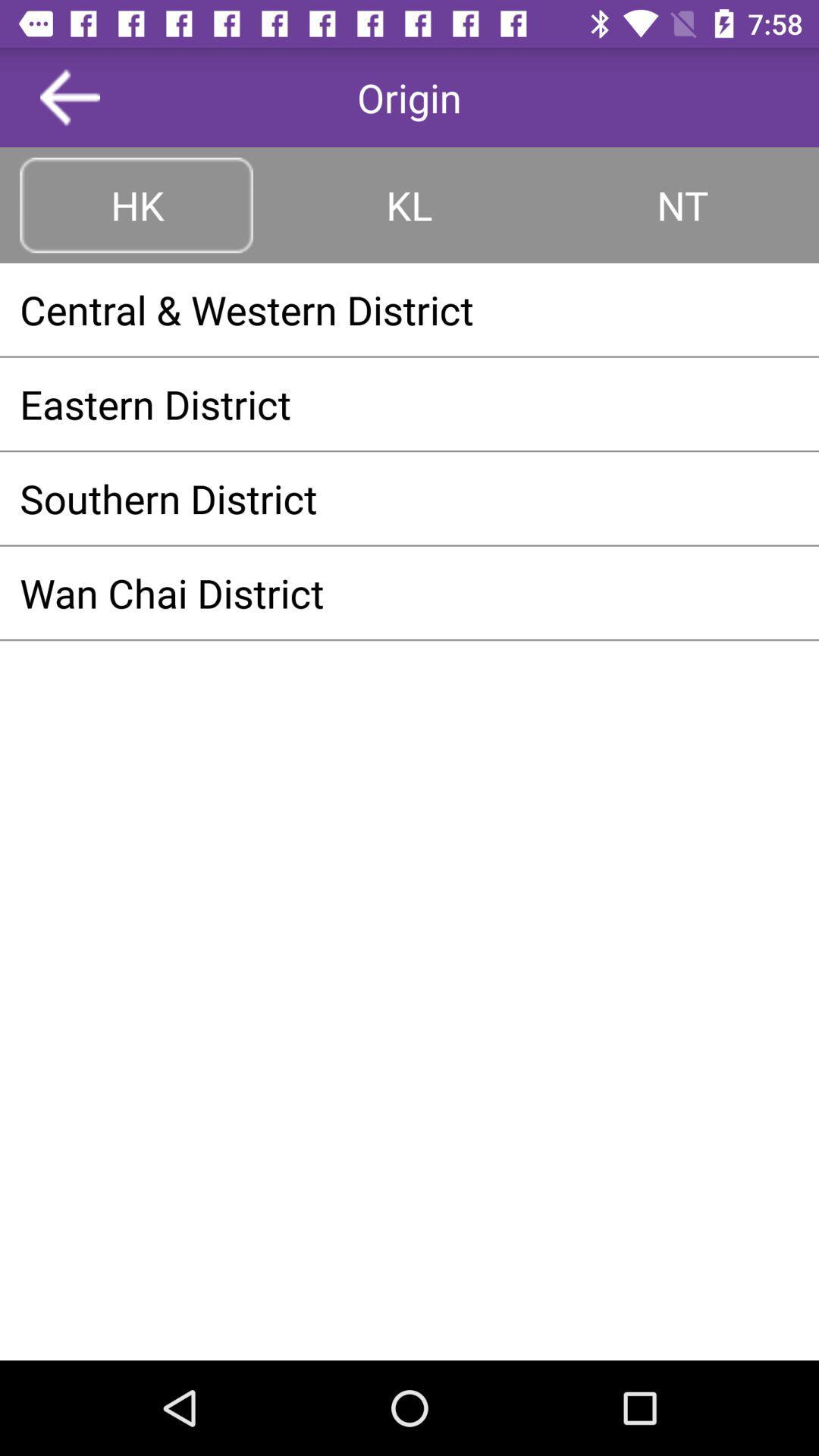 Image resolution: width=819 pixels, height=1456 pixels. What do you see at coordinates (409, 403) in the screenshot?
I see `the icon above the southern district icon` at bounding box center [409, 403].